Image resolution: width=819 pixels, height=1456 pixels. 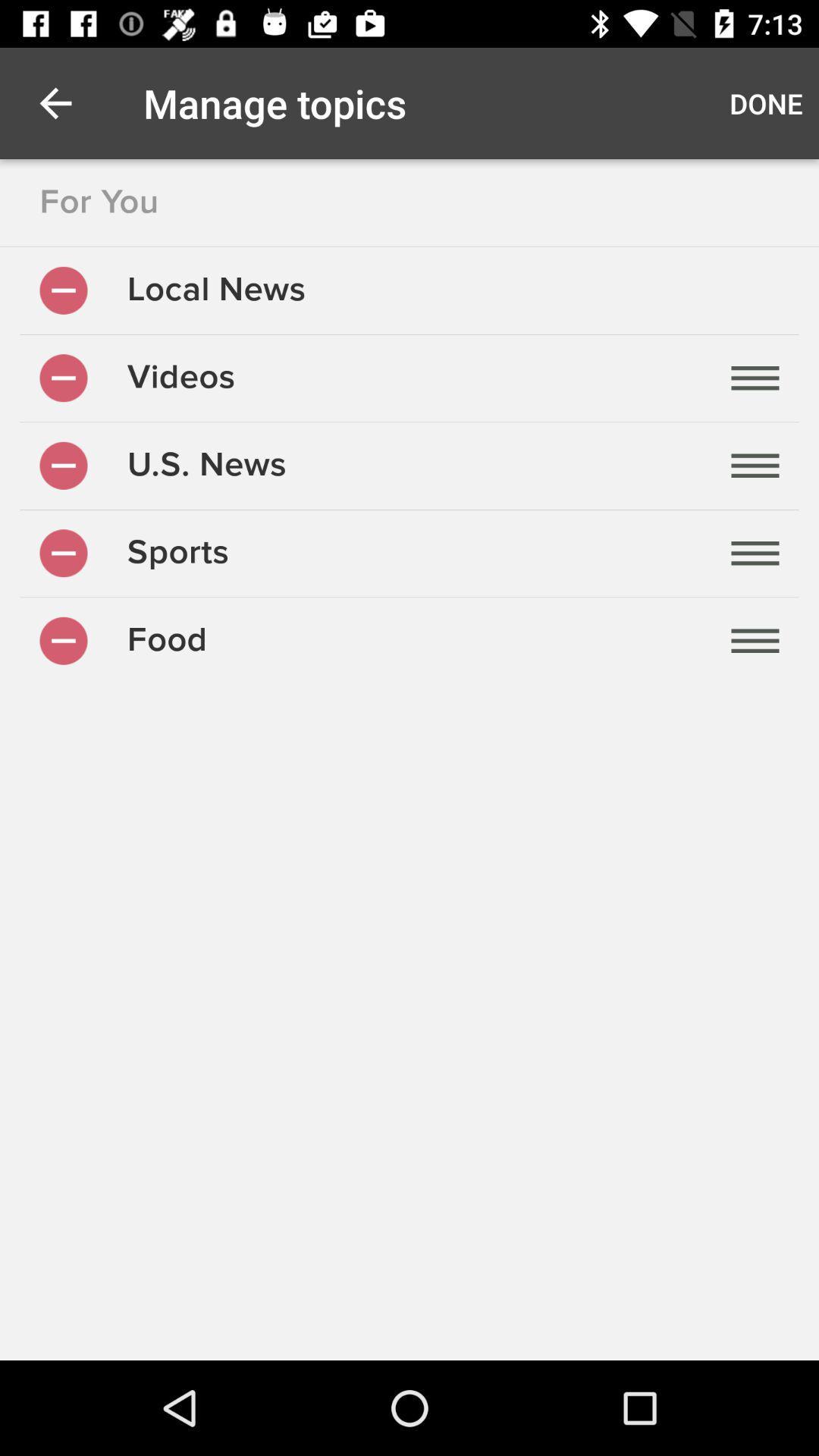 What do you see at coordinates (766, 102) in the screenshot?
I see `the icon to the right of manage topics icon` at bounding box center [766, 102].